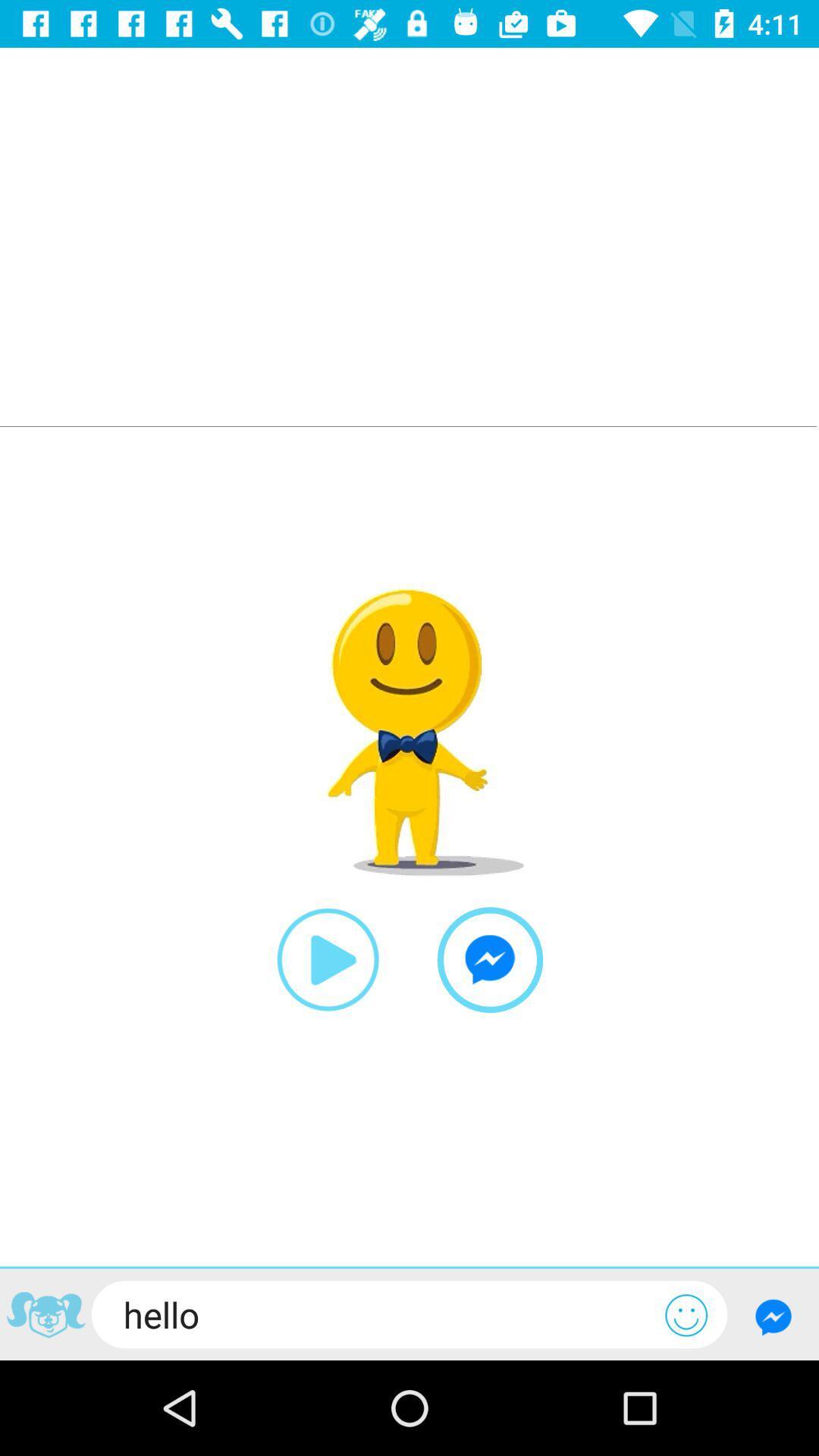 This screenshot has height=1456, width=819. I want to click on instant message, so click(490, 959).